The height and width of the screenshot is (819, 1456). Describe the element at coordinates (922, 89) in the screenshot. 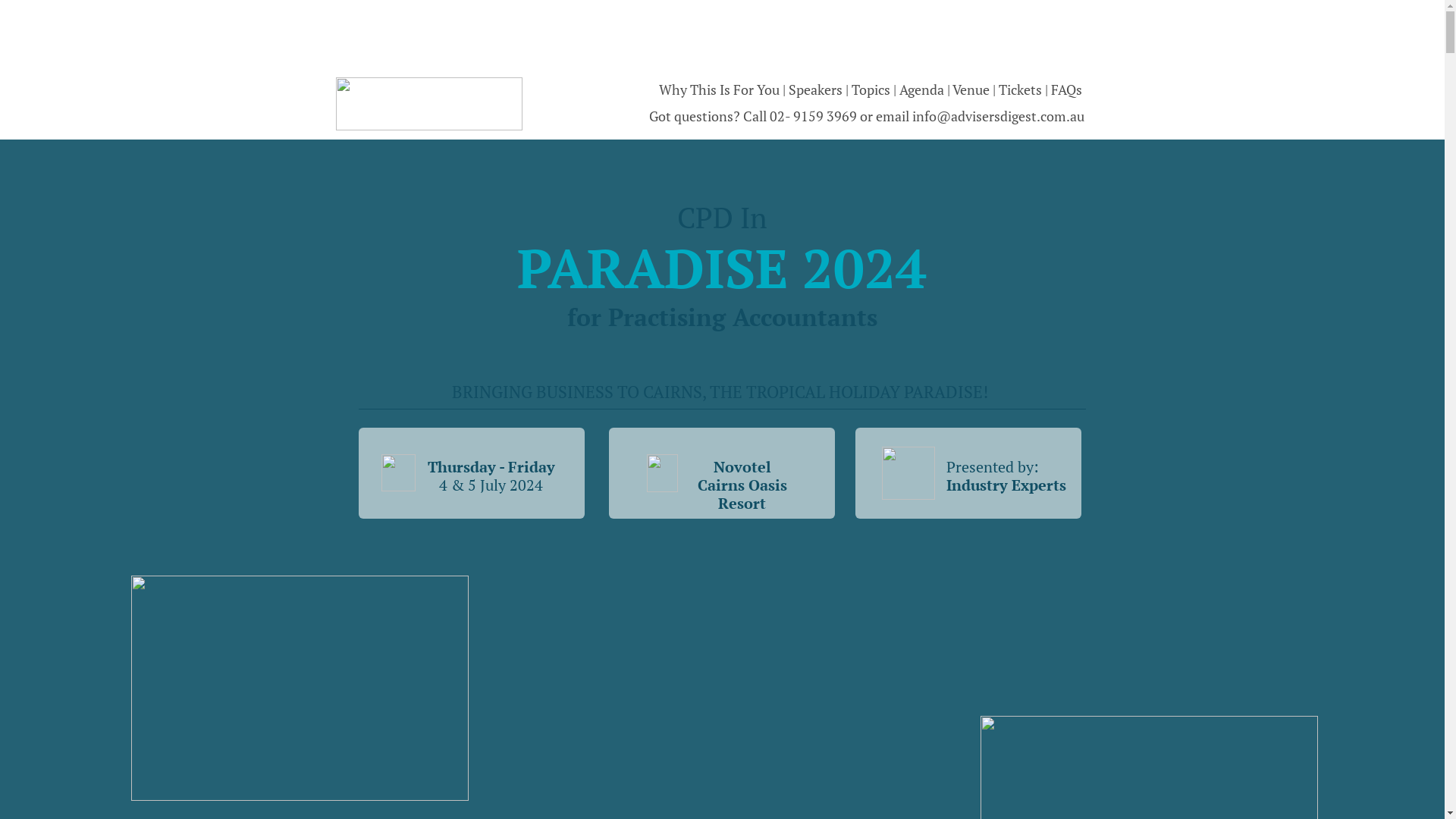

I see `'Agenda'` at that location.